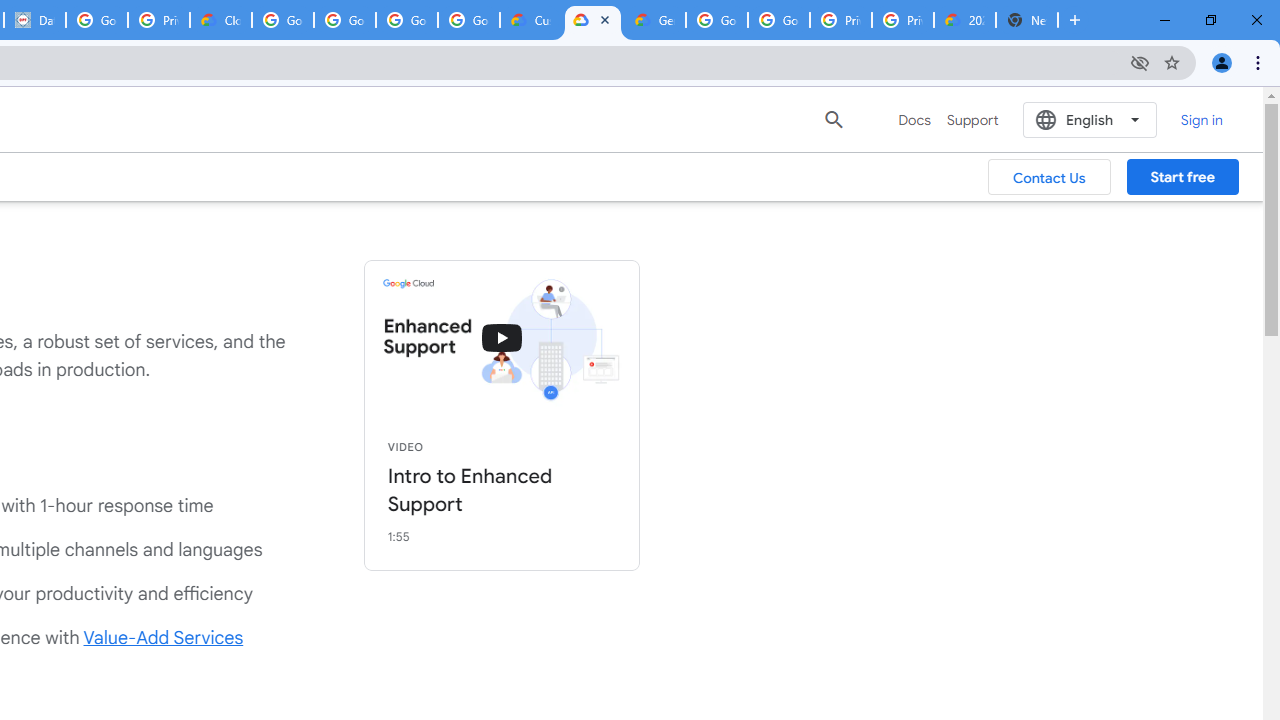 This screenshot has width=1280, height=720. I want to click on 'Docs', so click(914, 119).